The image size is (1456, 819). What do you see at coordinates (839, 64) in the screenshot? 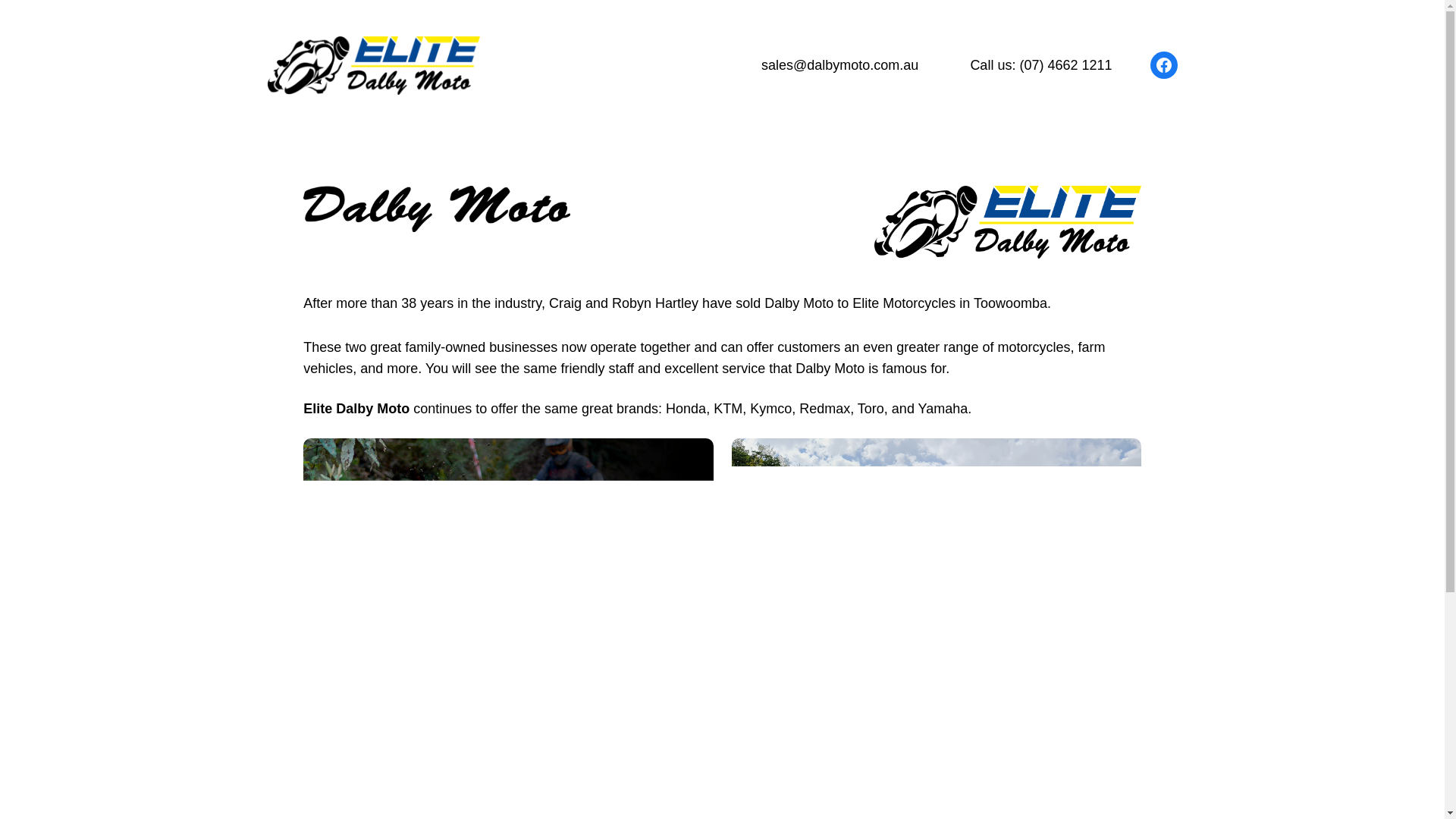
I see `'sales@dalbymoto.com.au'` at bounding box center [839, 64].